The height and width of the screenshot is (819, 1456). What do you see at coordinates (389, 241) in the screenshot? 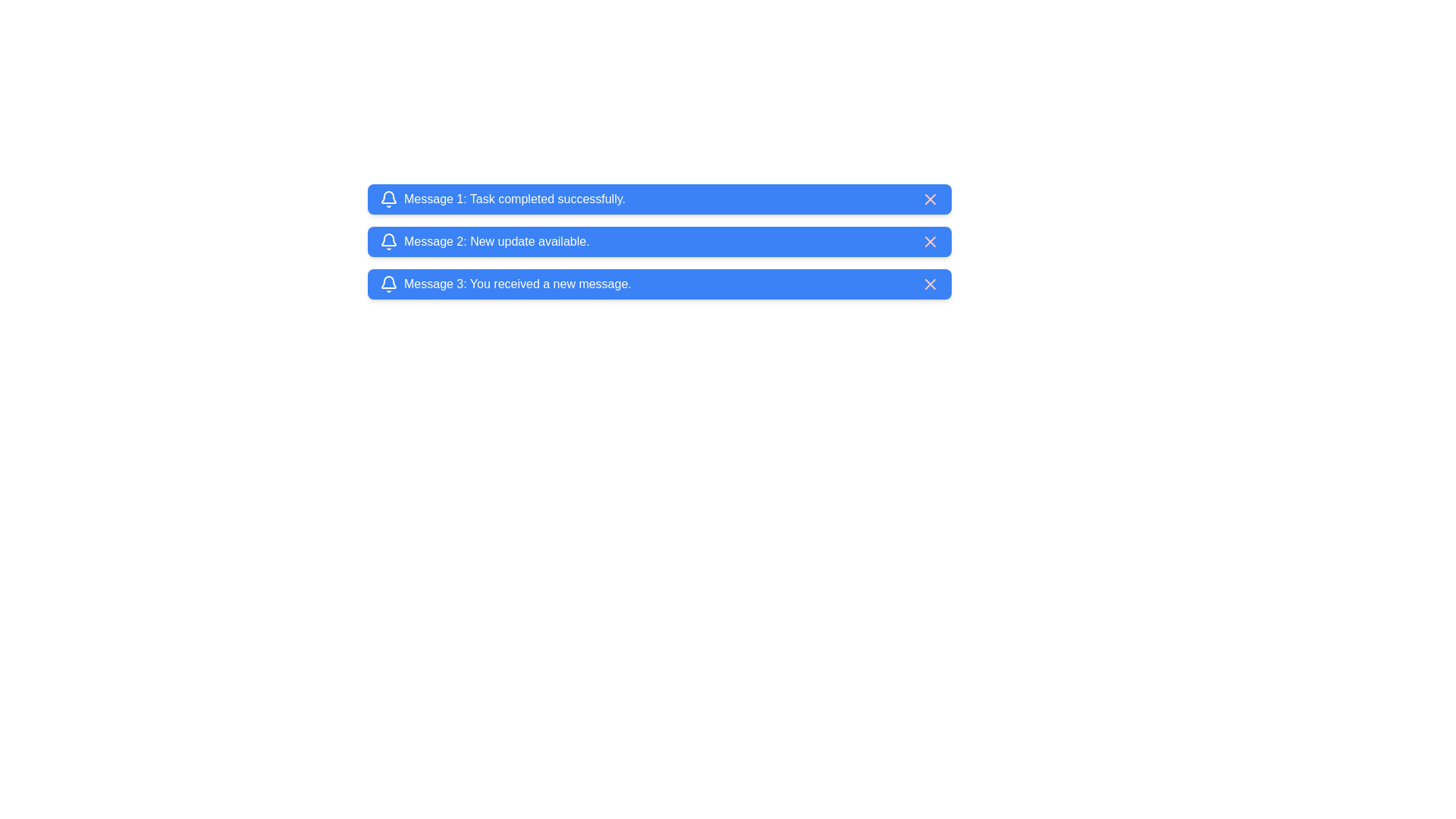
I see `the notification bell icon, which is styled with a thin outline on a blue rectangular background, next to the text 'Message 2: New update available.'` at bounding box center [389, 241].